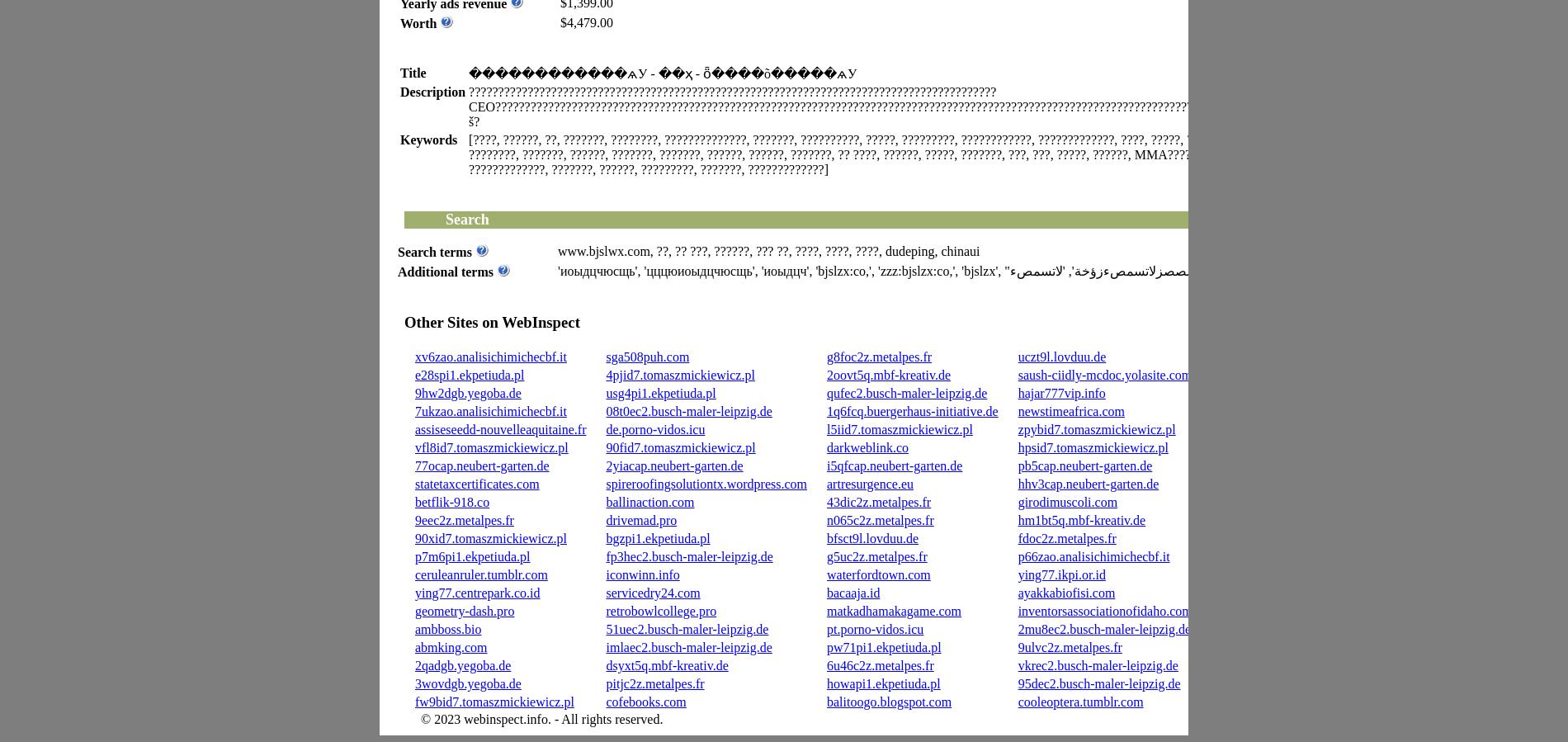  Describe the element at coordinates (686, 629) in the screenshot. I see `'51uec2.busch-maler-leipzig.de'` at that location.